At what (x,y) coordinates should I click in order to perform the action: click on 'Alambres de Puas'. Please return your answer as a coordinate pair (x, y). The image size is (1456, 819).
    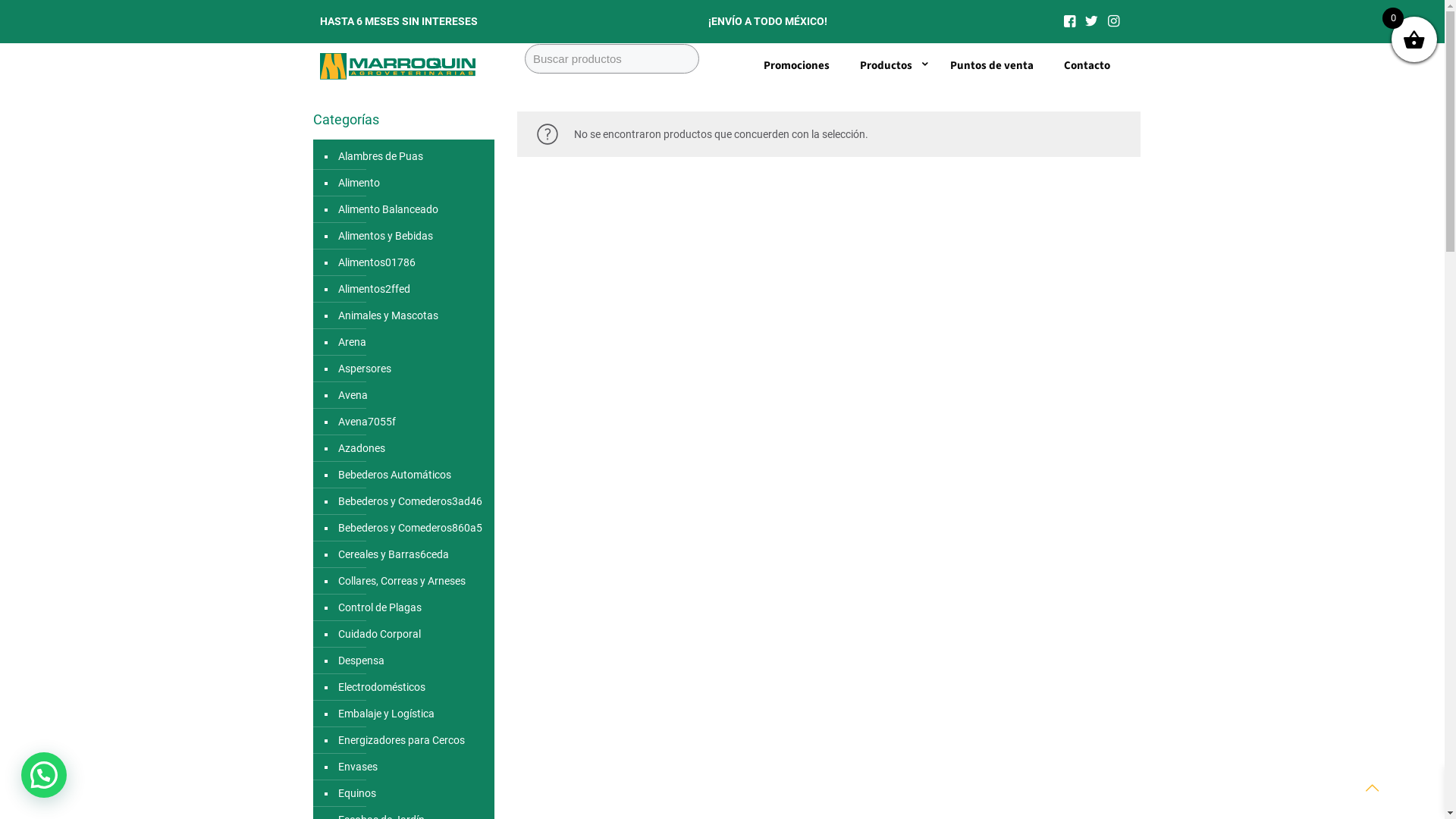
    Looking at the image, I should click on (411, 156).